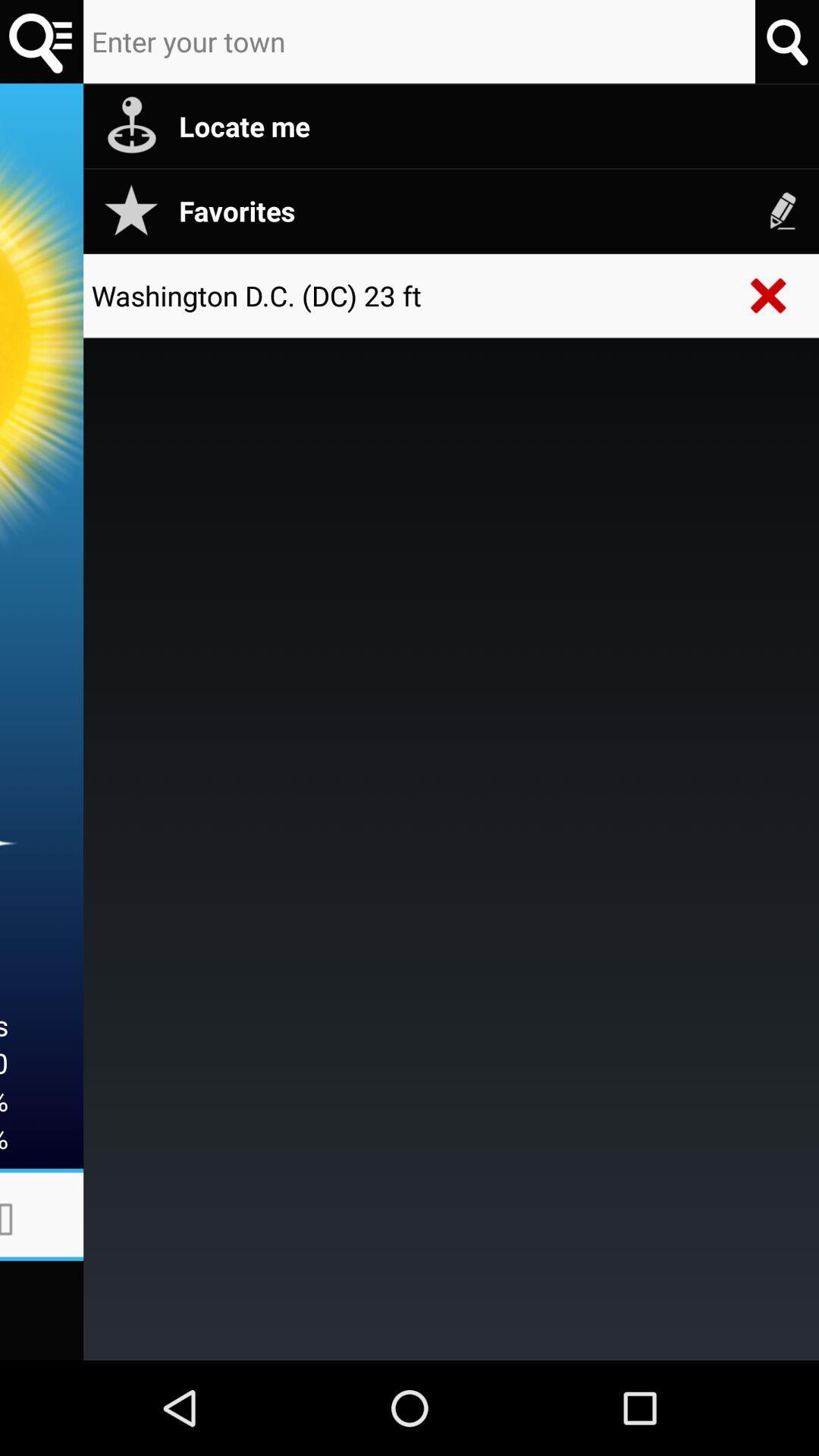  What do you see at coordinates (419, 42) in the screenshot?
I see `name of town` at bounding box center [419, 42].